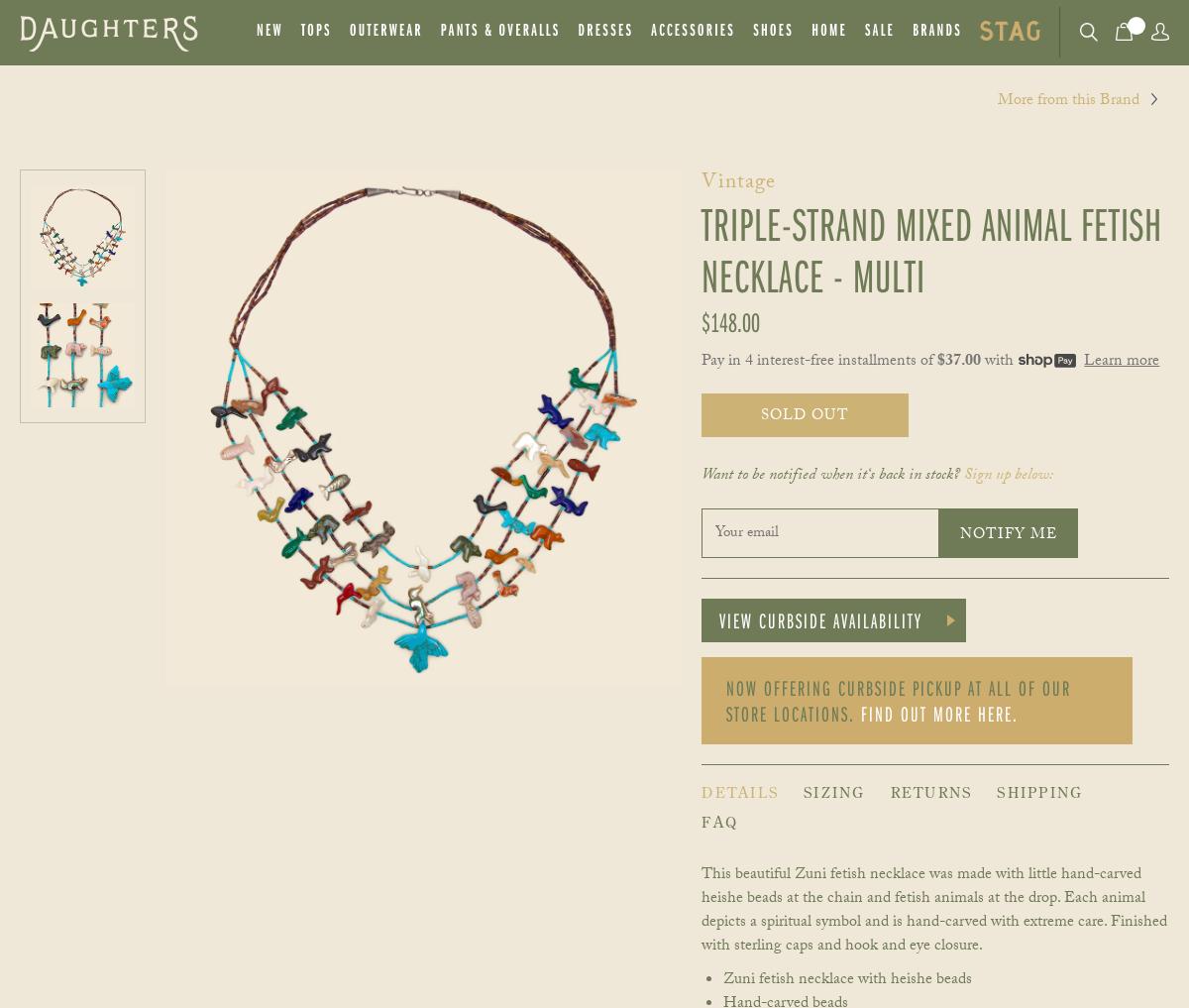 Image resolution: width=1189 pixels, height=1008 pixels. I want to click on 'Sign up below:', so click(1008, 475).